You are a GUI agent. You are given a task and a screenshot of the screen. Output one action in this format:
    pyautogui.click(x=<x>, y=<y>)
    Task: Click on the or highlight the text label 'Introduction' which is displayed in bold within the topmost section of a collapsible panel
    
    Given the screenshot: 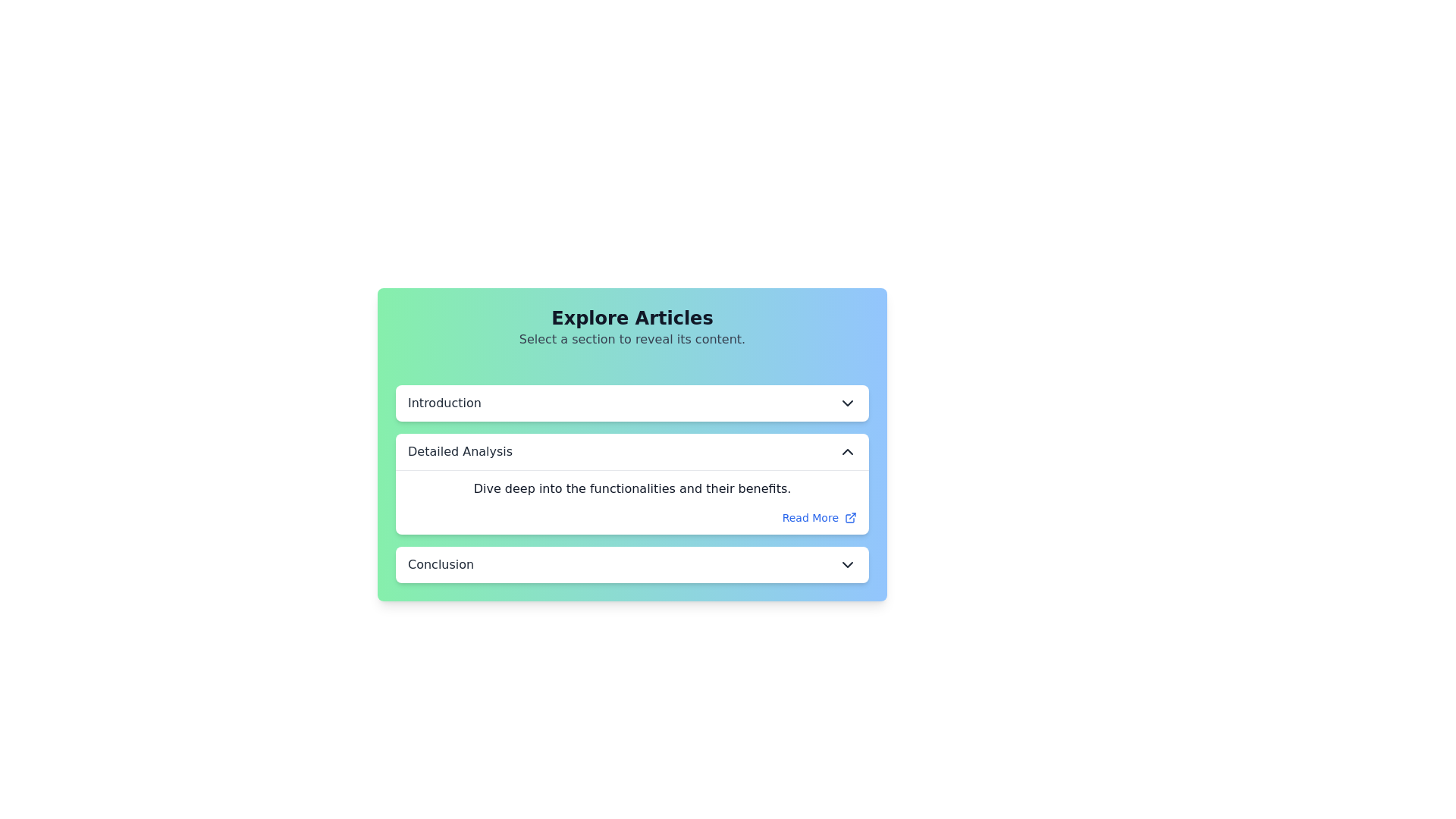 What is the action you would take?
    pyautogui.click(x=444, y=403)
    